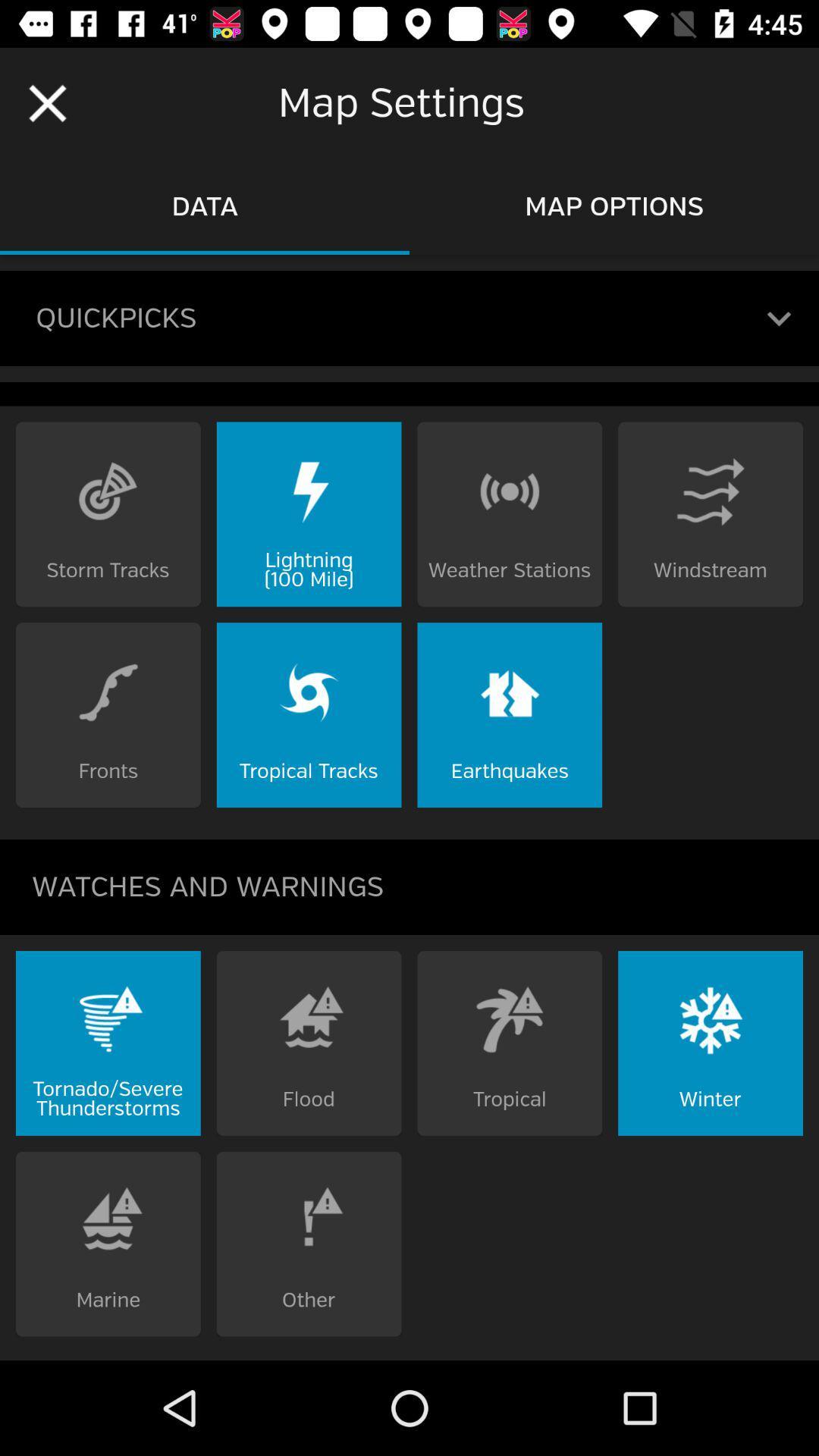  I want to click on open a tab with your most recent map settings, so click(779, 318).